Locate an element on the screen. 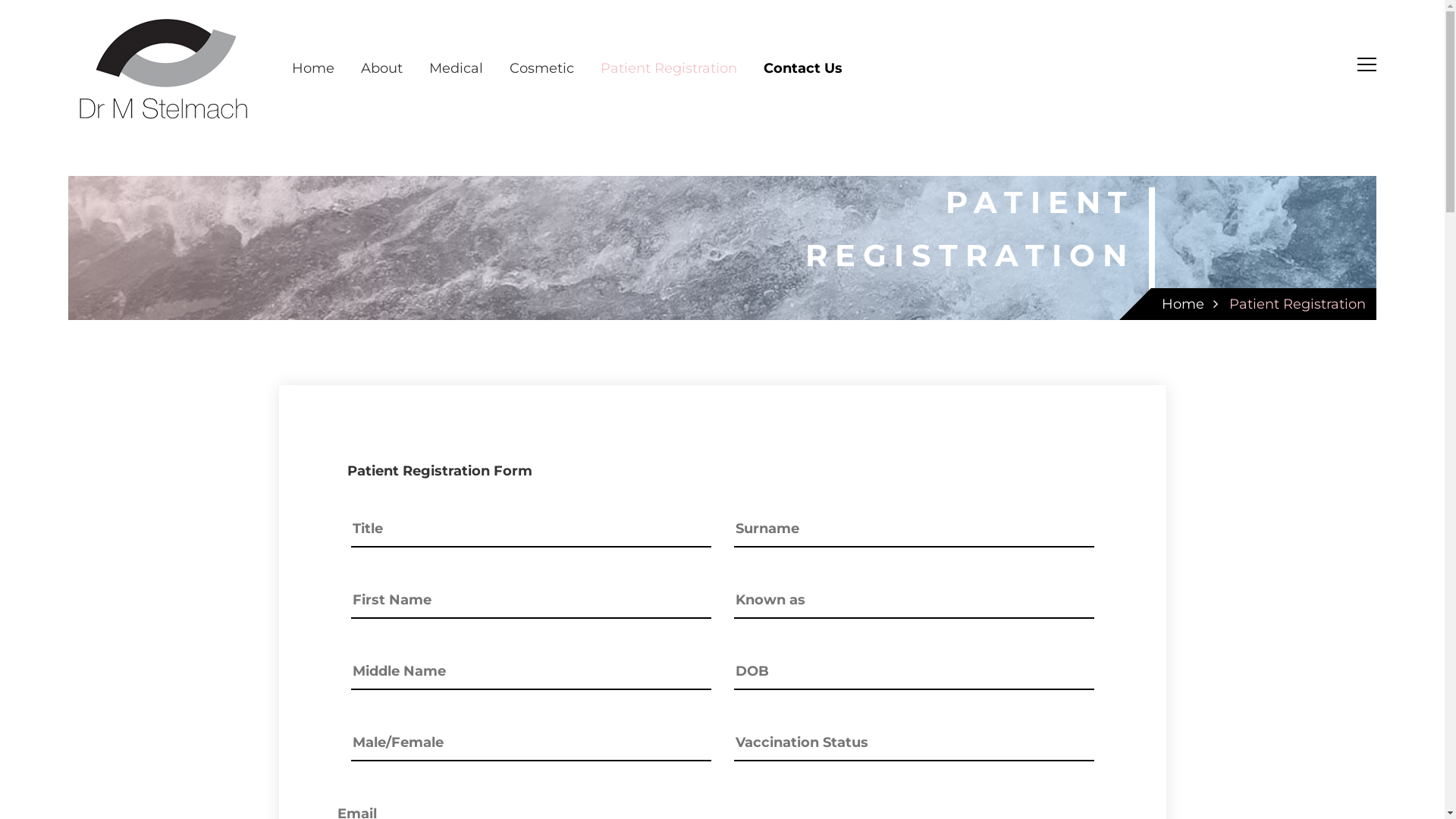 This screenshot has width=1456, height=819. 'Patient Registration' is located at coordinates (668, 67).